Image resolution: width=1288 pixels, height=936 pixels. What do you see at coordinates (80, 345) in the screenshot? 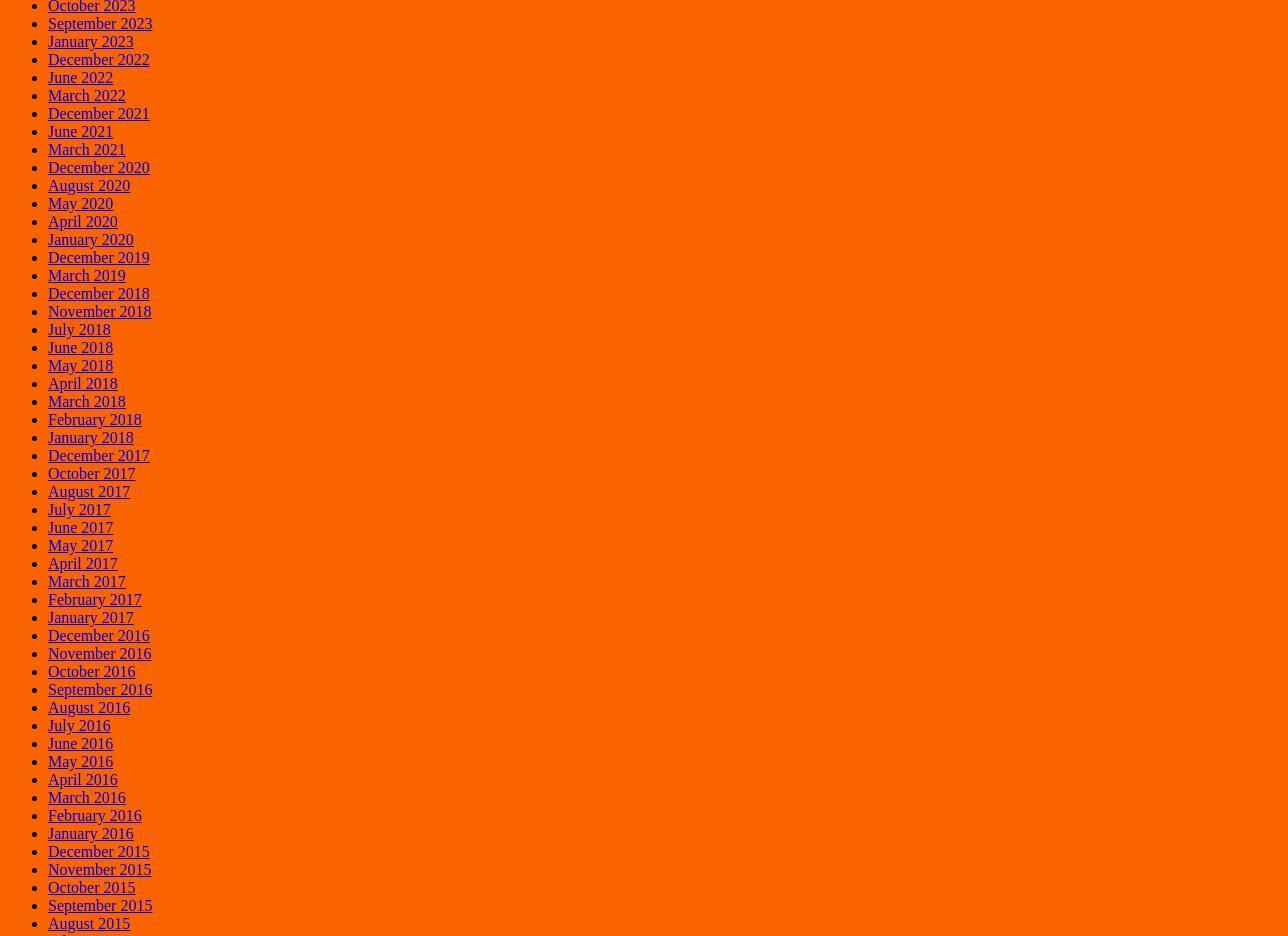
I see `'June 2018'` at bounding box center [80, 345].